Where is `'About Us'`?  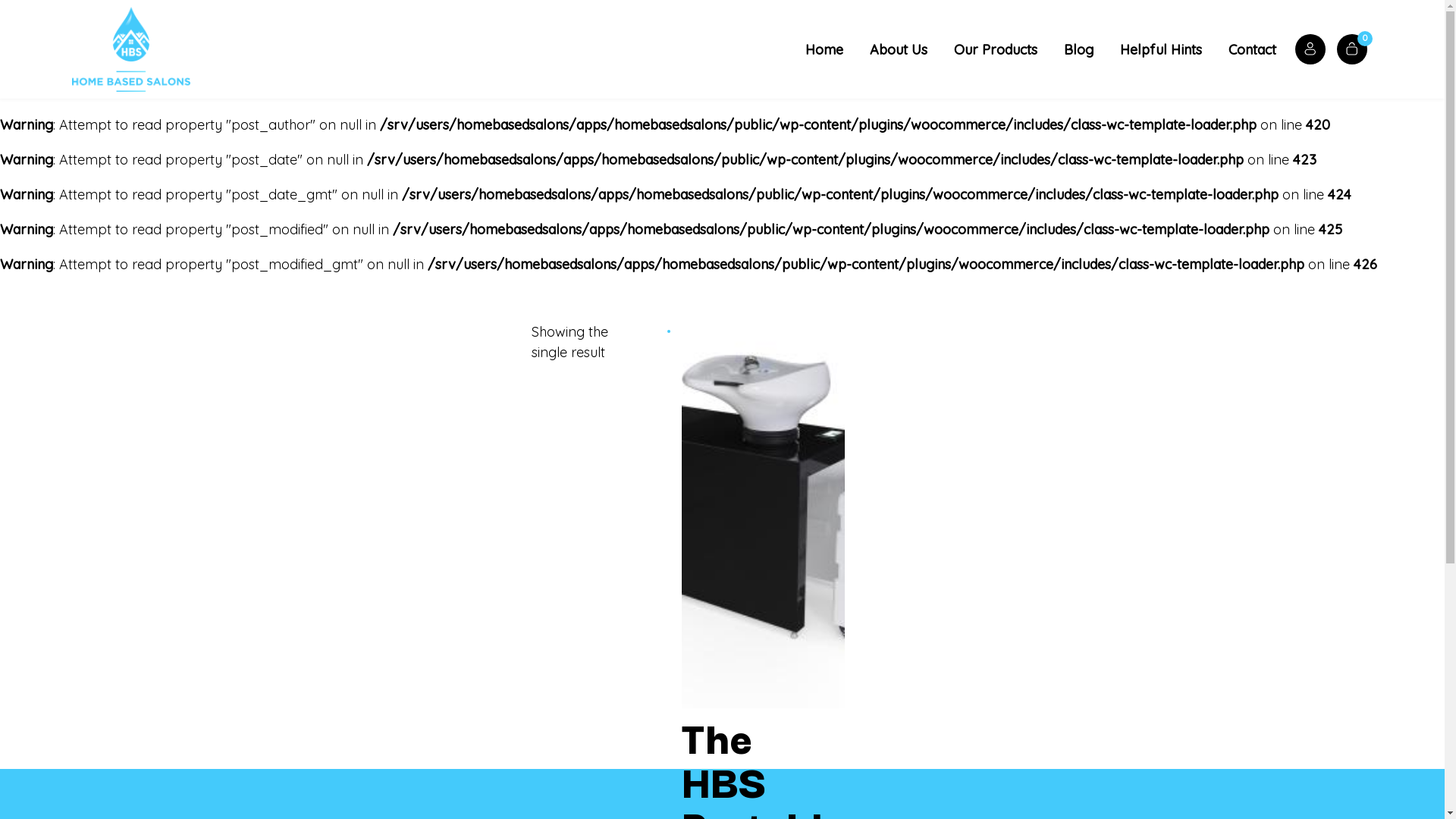
'About Us' is located at coordinates (870, 49).